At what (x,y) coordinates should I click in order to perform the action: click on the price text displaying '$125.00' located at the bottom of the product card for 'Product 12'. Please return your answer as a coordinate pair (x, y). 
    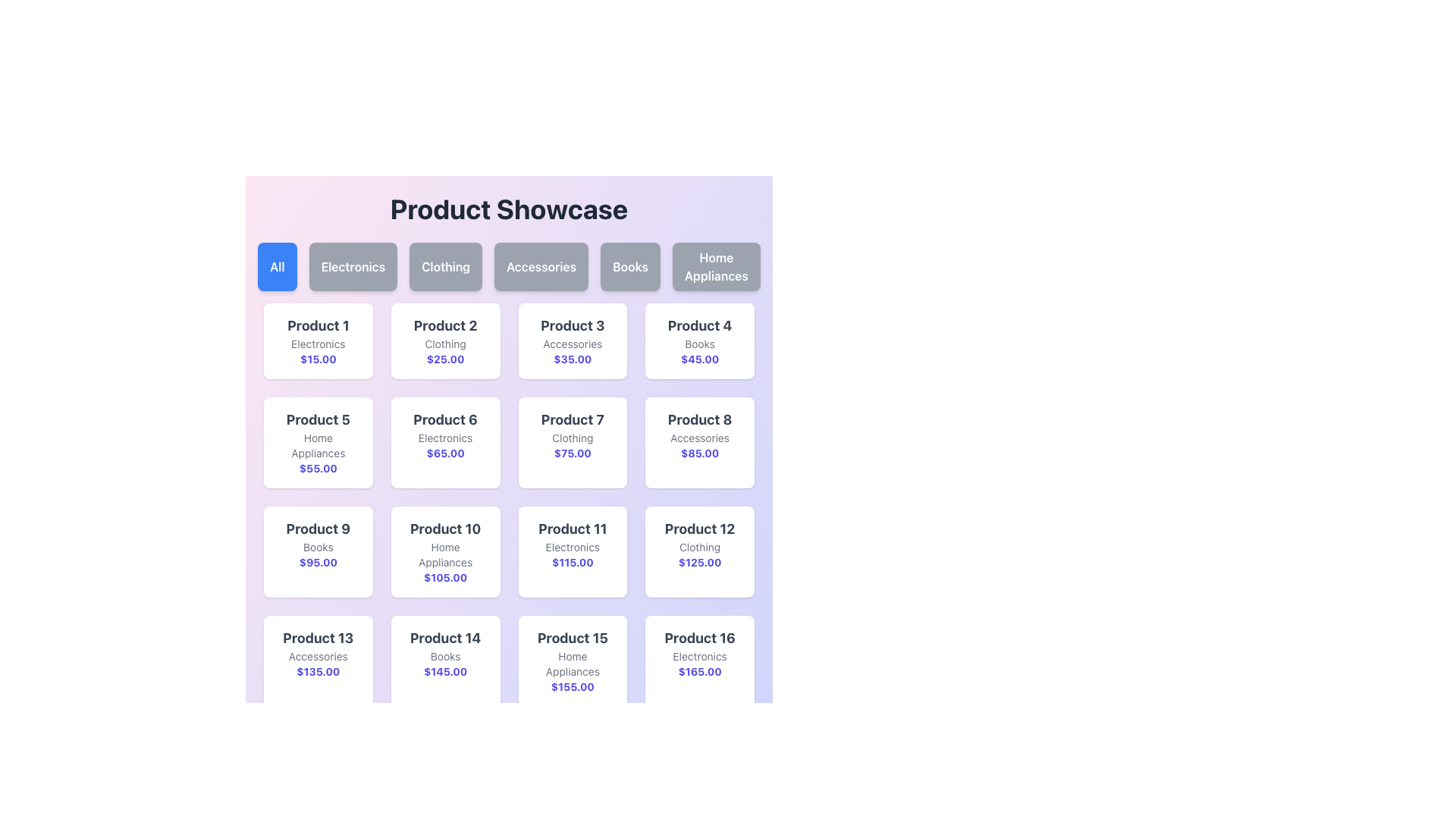
    Looking at the image, I should click on (699, 562).